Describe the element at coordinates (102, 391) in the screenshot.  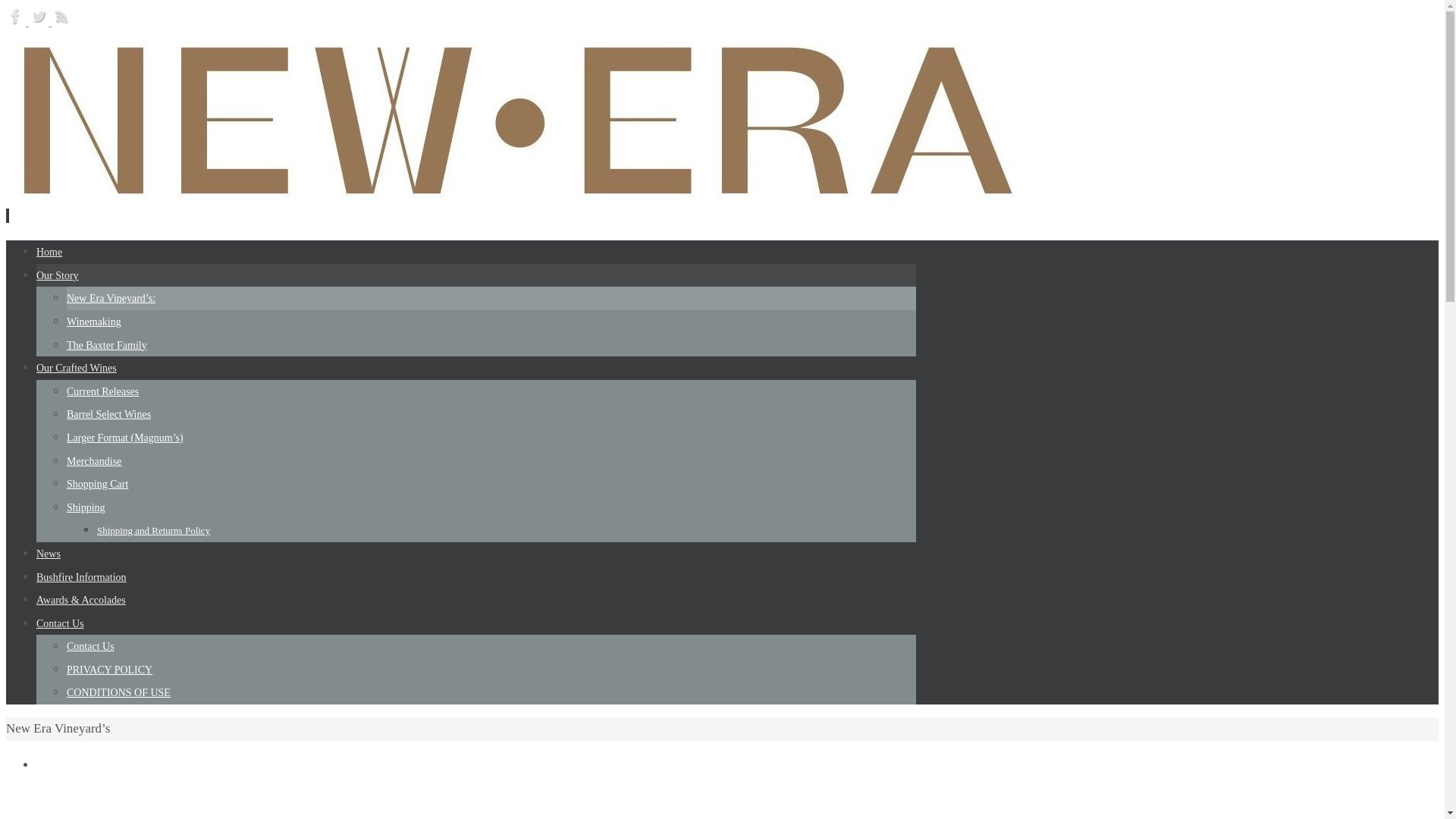
I see `'Current Releases'` at that location.